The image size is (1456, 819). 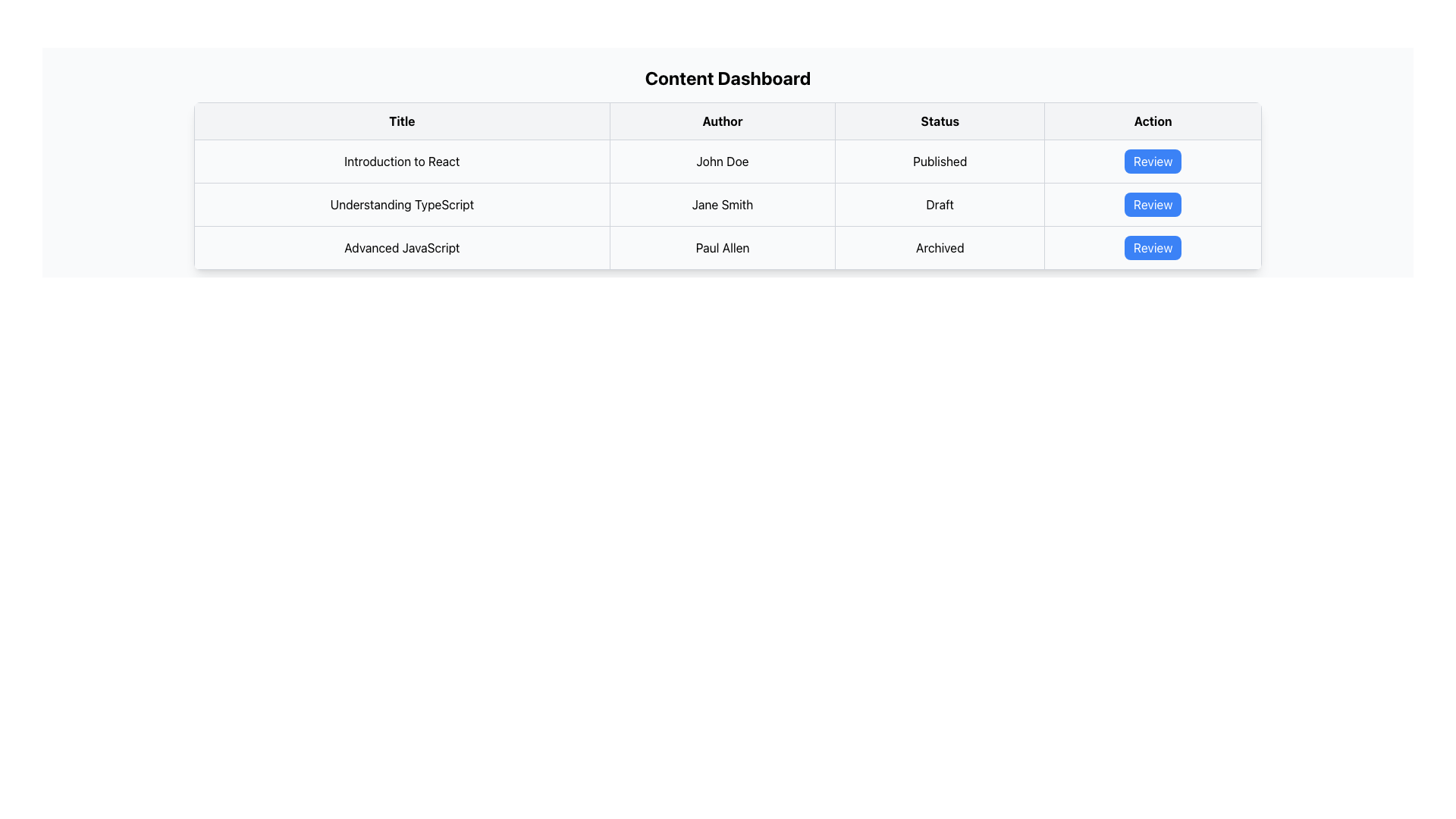 I want to click on the Static Text Label that represents the title of the 'Advanced JavaScript' entry in the 'Content Dashboard' table, located in the first cell under the 'Title' column, so click(x=402, y=247).